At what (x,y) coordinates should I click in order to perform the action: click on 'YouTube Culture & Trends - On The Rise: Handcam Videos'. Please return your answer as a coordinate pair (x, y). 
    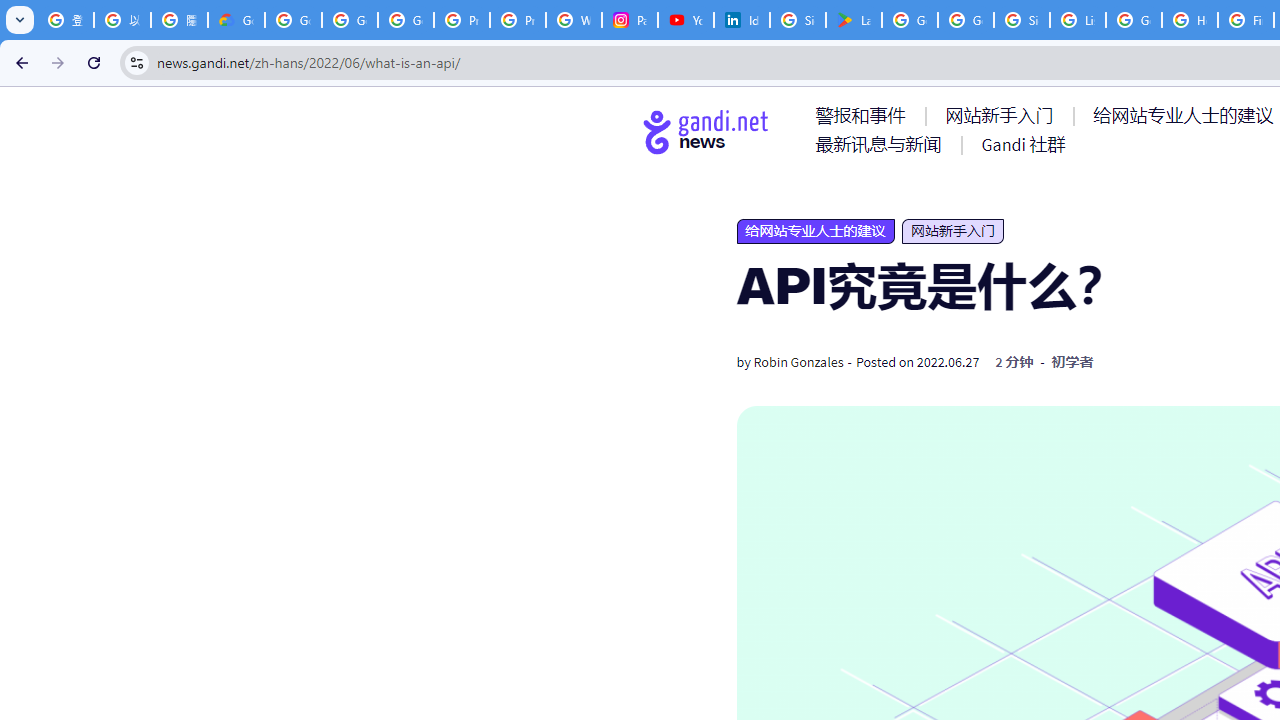
    Looking at the image, I should click on (686, 20).